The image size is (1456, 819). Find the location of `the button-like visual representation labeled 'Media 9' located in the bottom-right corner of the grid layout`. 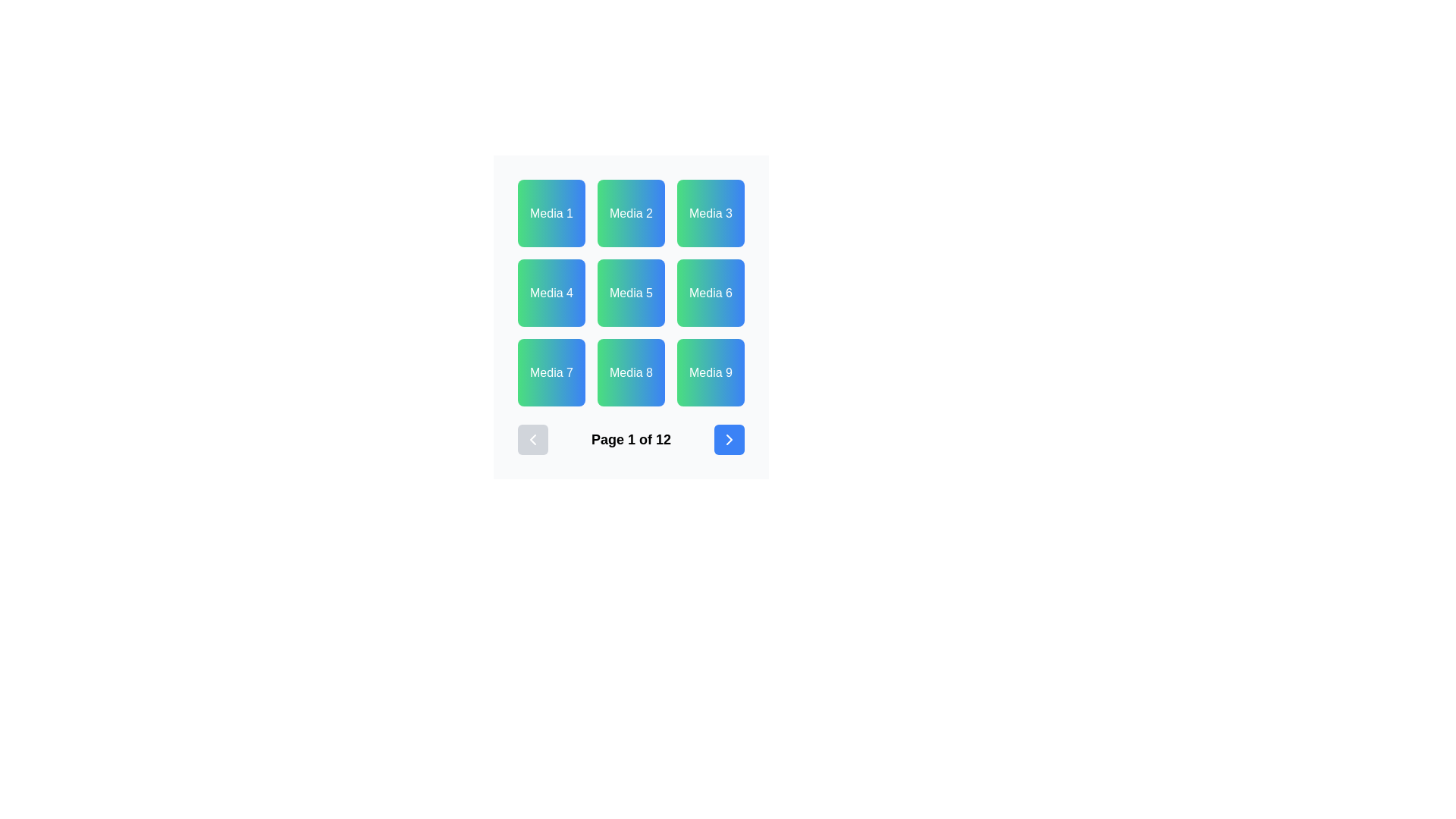

the button-like visual representation labeled 'Media 9' located in the bottom-right corner of the grid layout is located at coordinates (710, 372).